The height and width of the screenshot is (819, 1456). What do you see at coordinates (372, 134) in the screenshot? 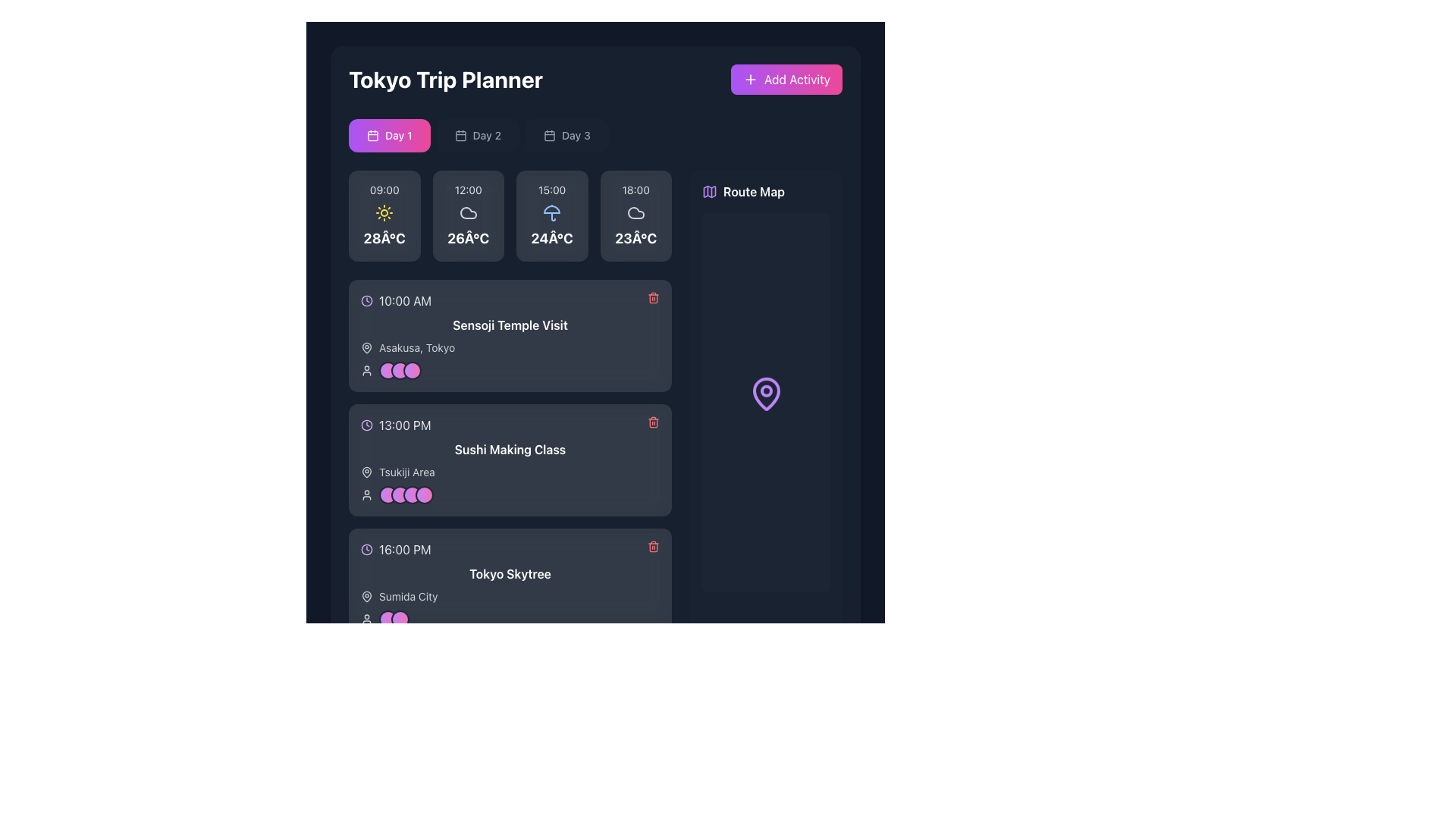
I see `the decorative calendar icon located to the left of the 'Day 1' button in the navigation tabs` at bounding box center [372, 134].